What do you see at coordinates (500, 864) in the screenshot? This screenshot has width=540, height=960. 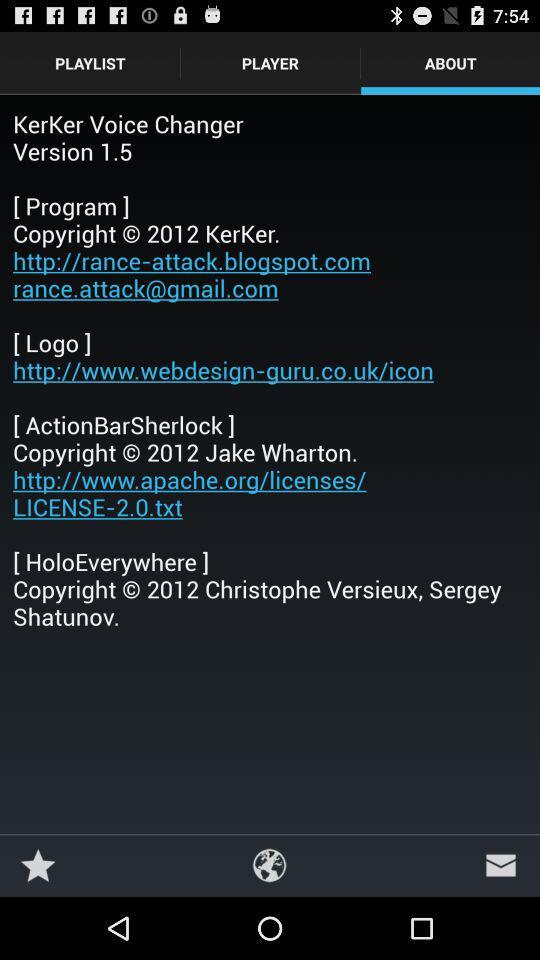 I see `icon below kerker voice changer icon` at bounding box center [500, 864].